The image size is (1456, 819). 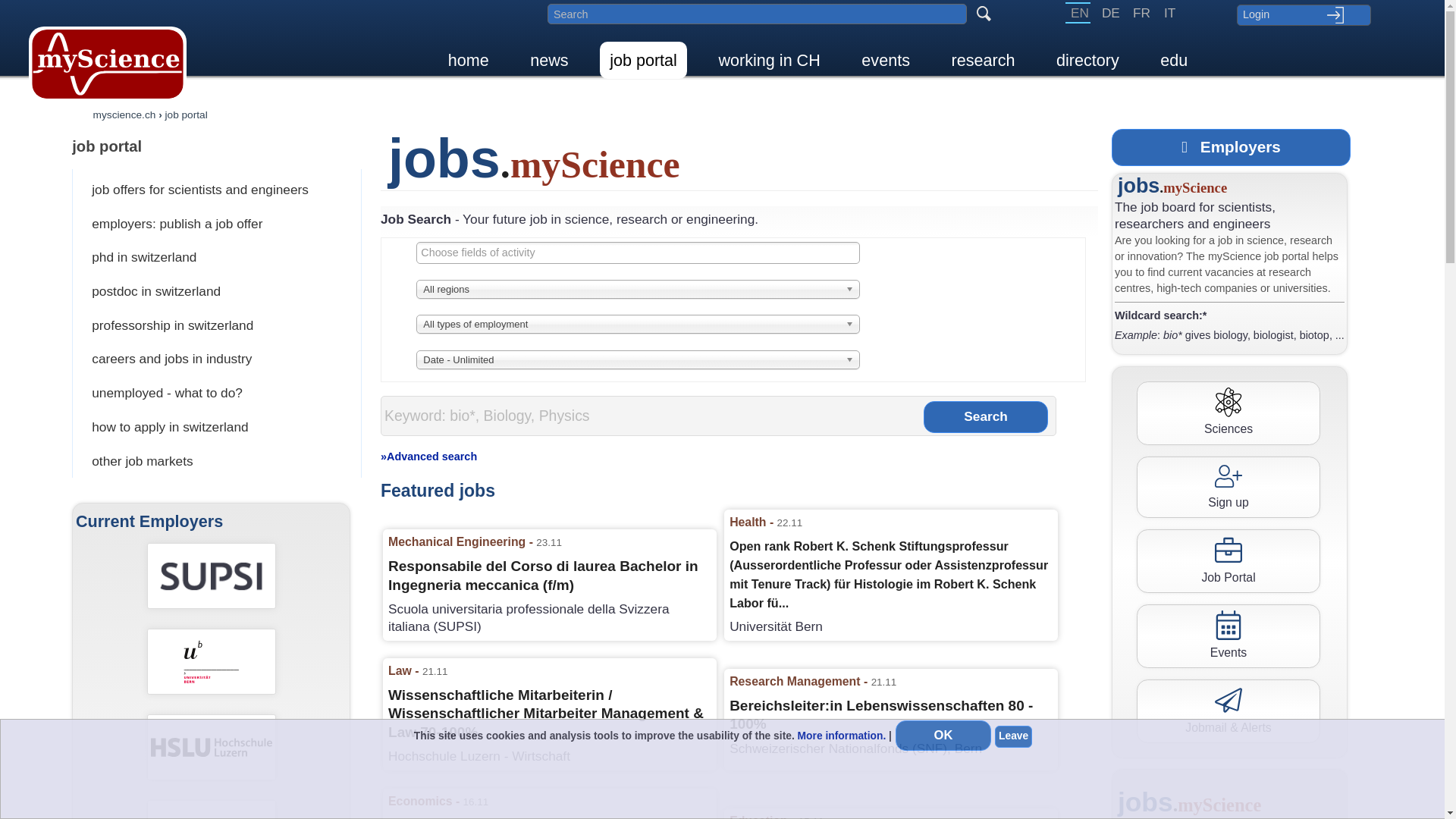 I want to click on 'myscience.ch', so click(x=124, y=114).